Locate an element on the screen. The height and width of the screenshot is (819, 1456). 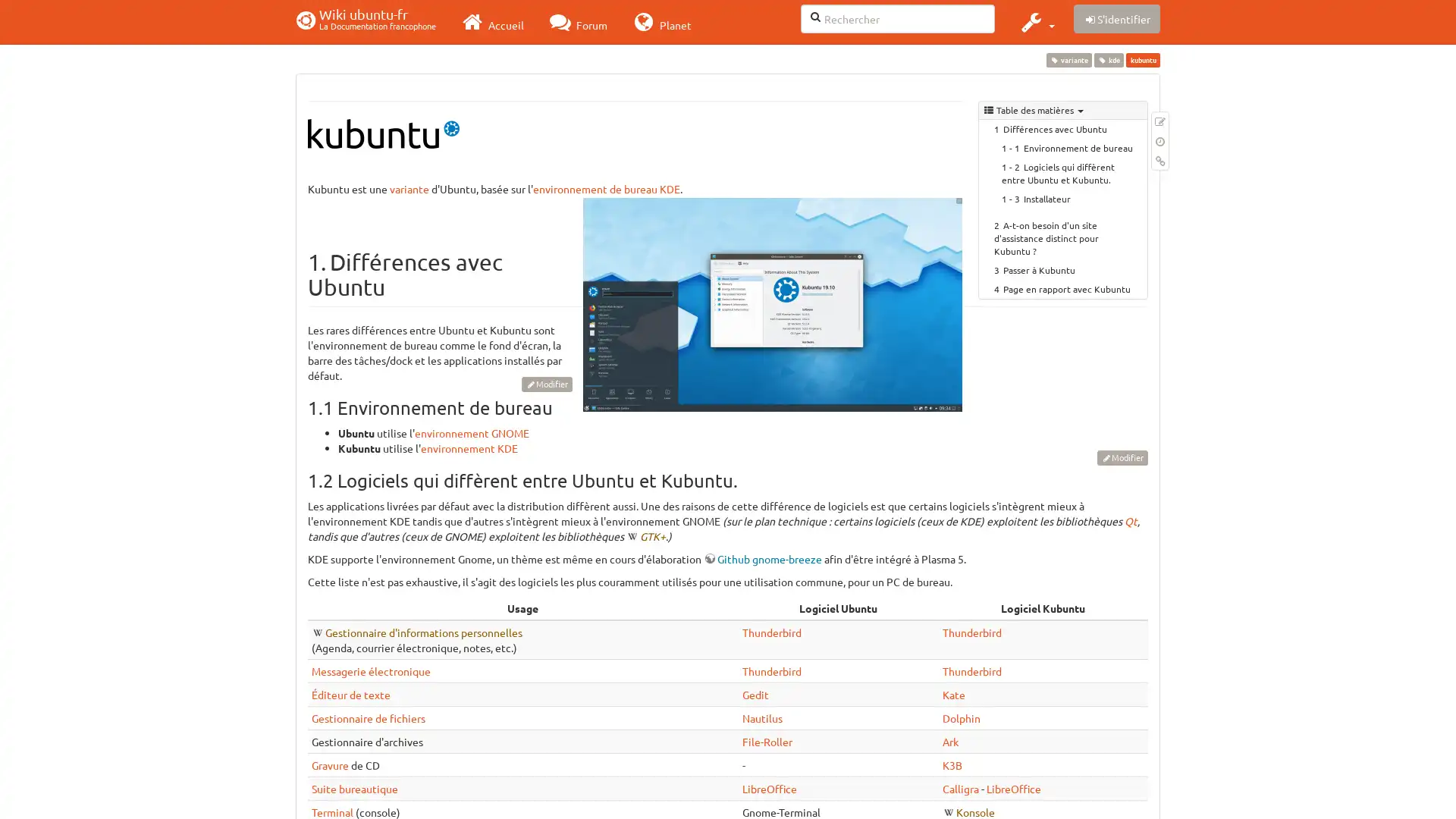
Modifier is located at coordinates (1122, 456).